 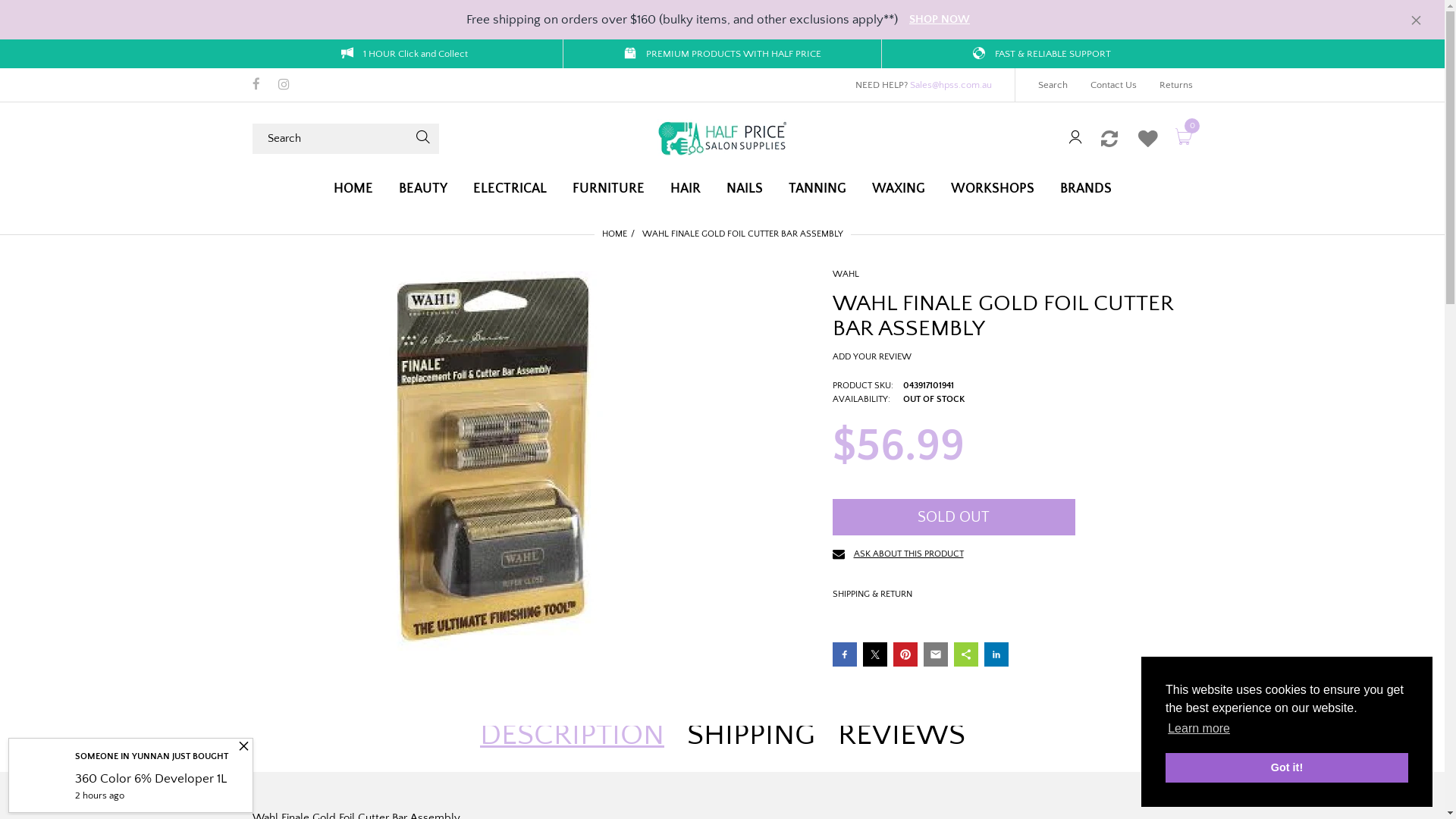 What do you see at coordinates (817, 188) in the screenshot?
I see `'TANNING'` at bounding box center [817, 188].